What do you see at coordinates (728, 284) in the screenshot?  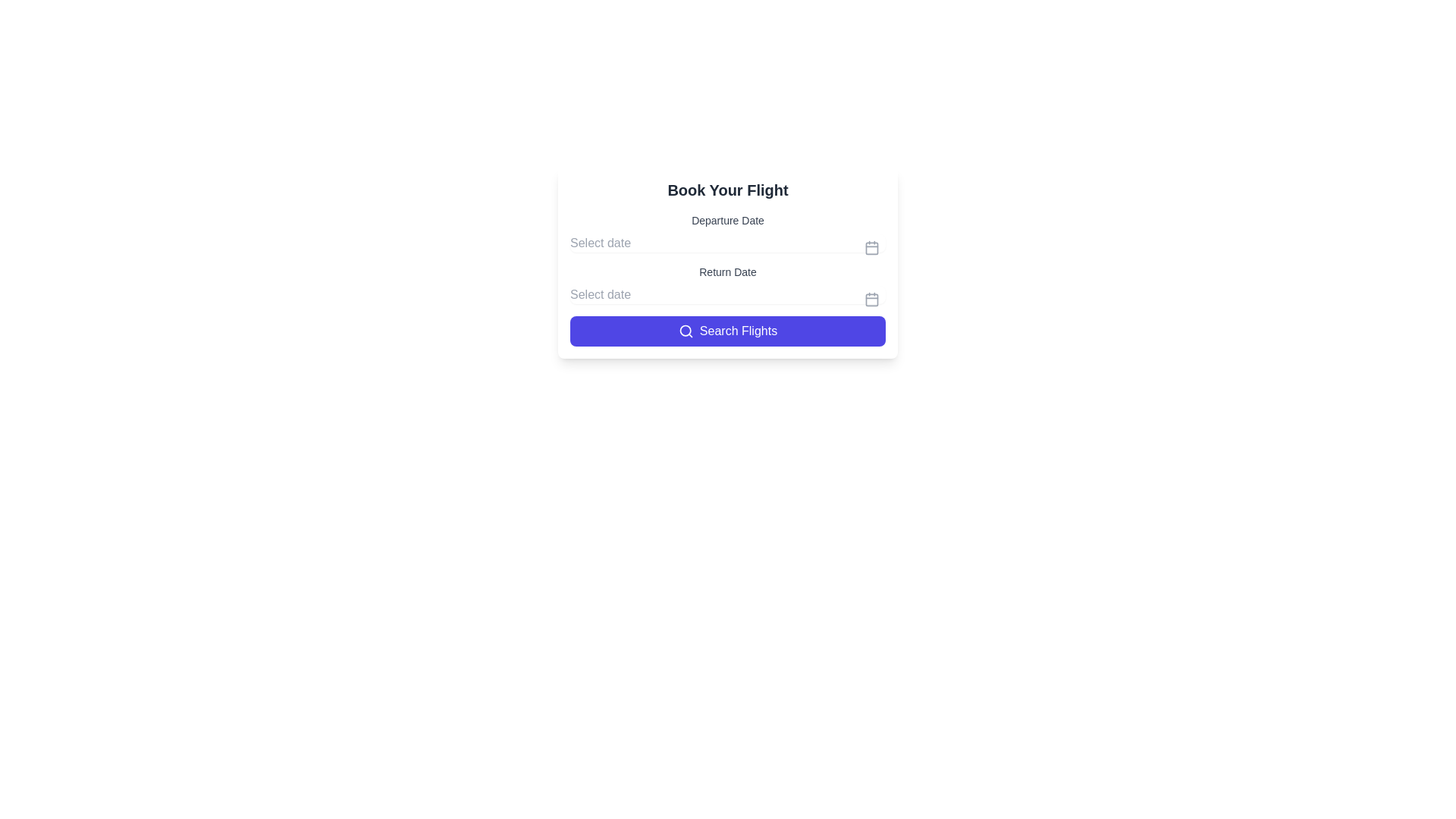 I see `the 'Return Date' input box` at bounding box center [728, 284].